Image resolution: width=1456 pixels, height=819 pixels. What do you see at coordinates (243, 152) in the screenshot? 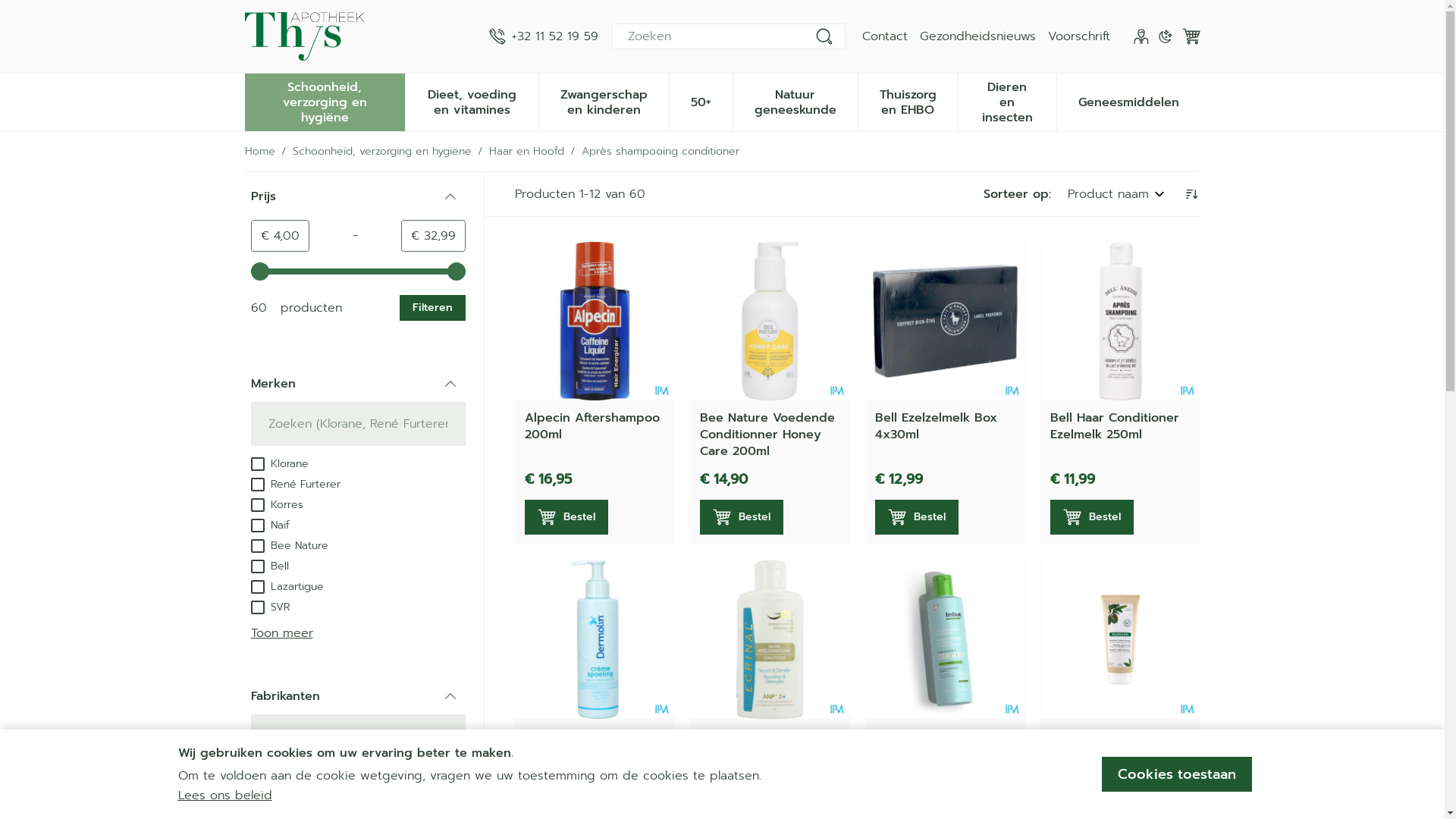
I see `'Home'` at bounding box center [243, 152].